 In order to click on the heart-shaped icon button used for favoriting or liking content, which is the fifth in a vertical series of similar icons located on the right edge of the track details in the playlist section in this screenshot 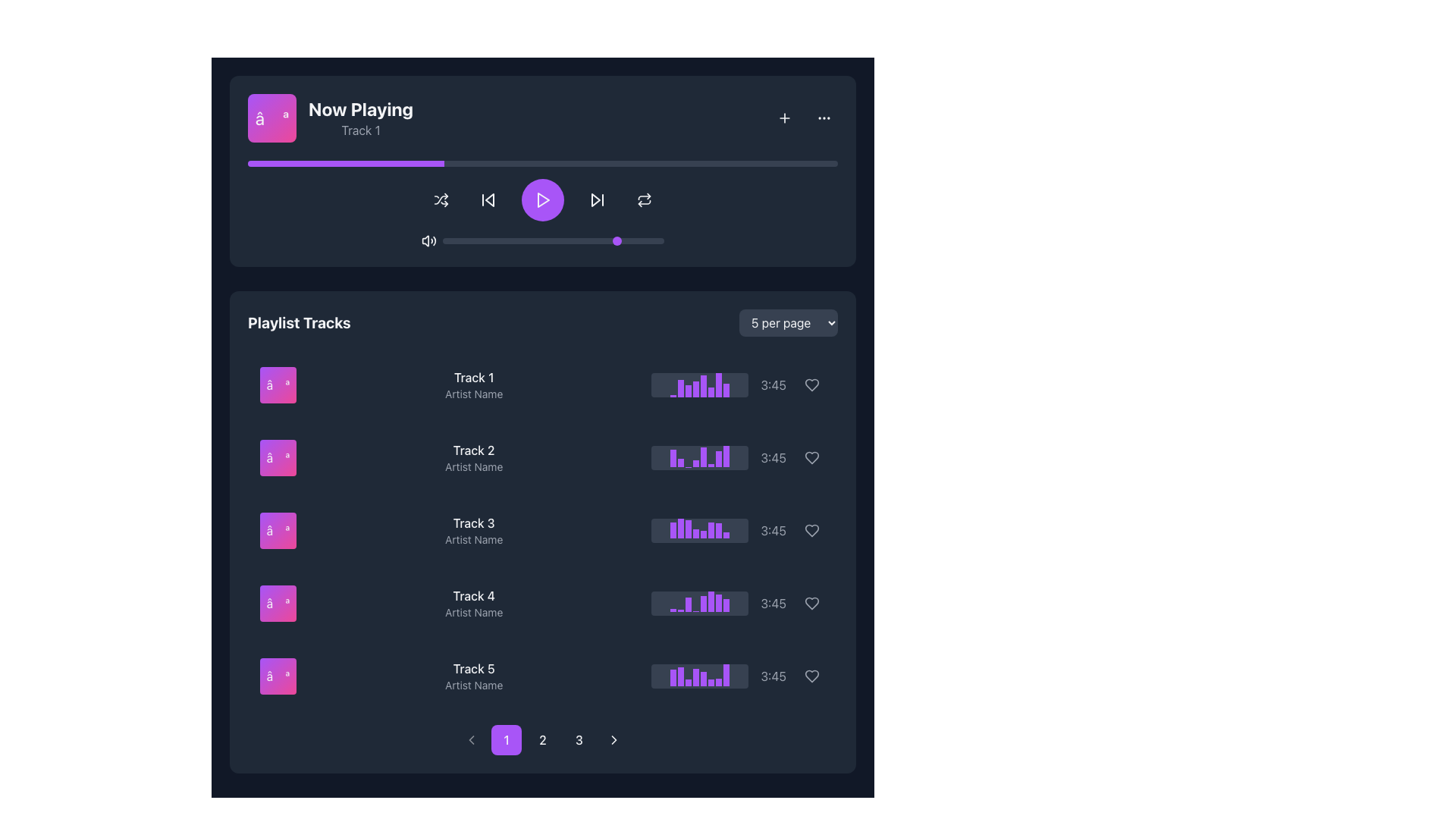, I will do `click(811, 529)`.